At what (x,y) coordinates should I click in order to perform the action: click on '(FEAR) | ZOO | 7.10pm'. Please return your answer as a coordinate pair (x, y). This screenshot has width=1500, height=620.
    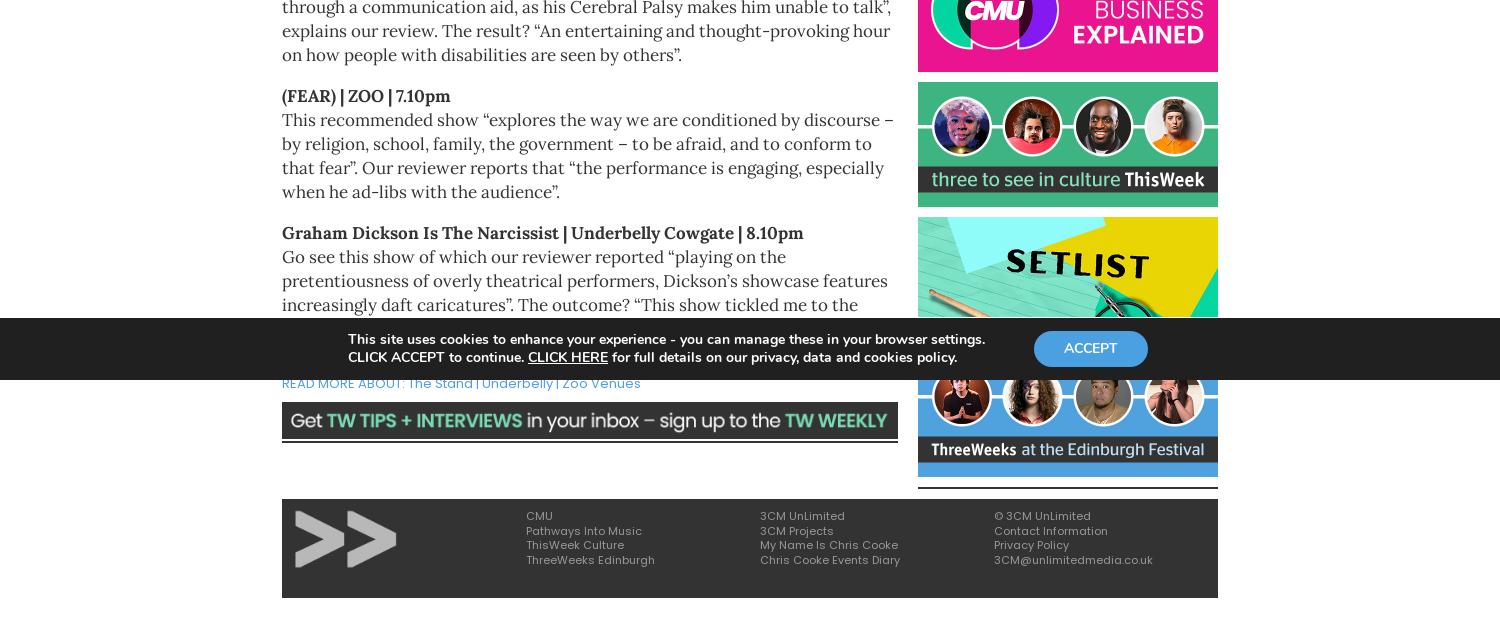
    Looking at the image, I should click on (365, 95).